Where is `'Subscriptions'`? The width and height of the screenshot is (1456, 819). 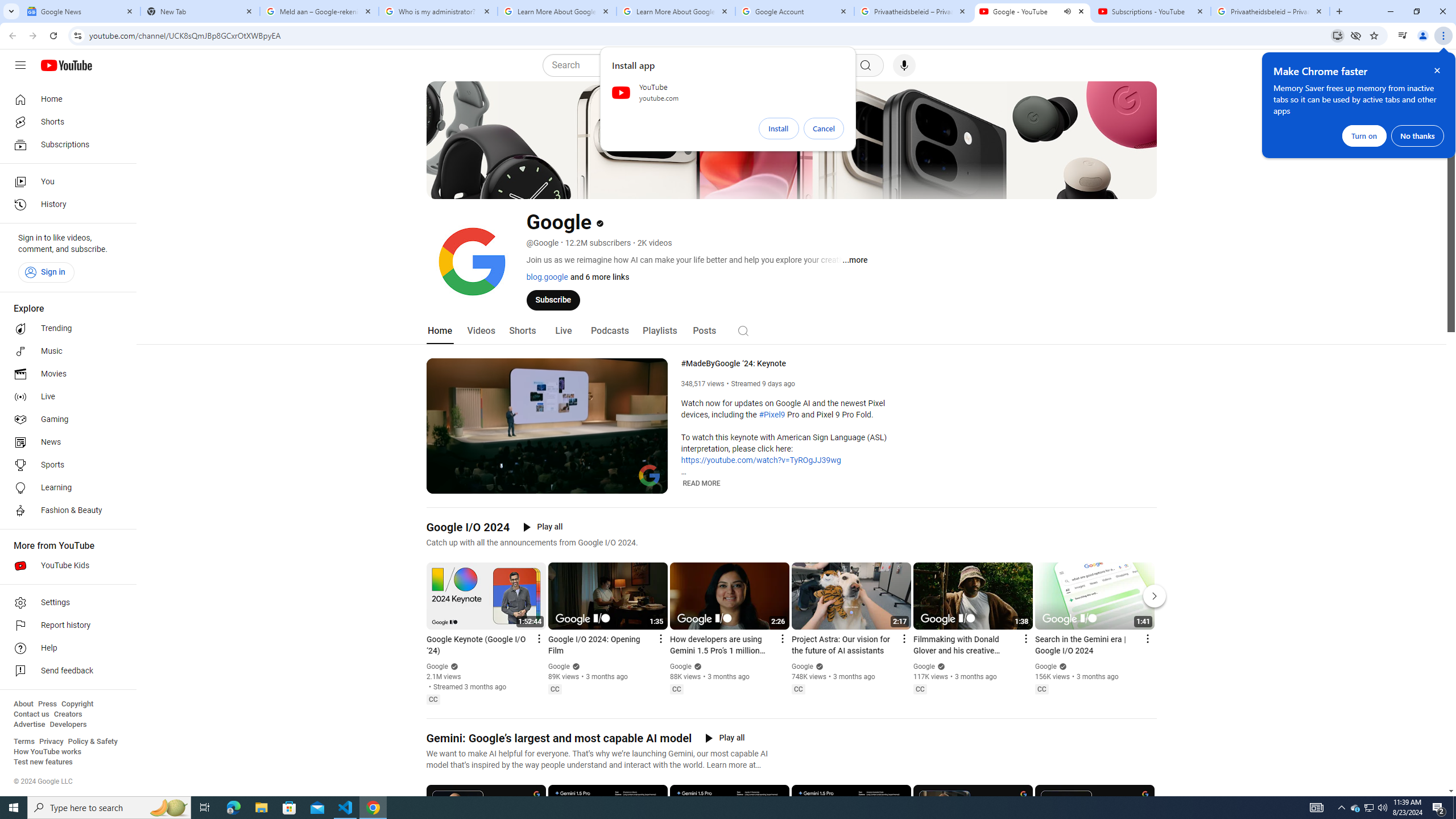
'Subscriptions' is located at coordinates (64, 144).